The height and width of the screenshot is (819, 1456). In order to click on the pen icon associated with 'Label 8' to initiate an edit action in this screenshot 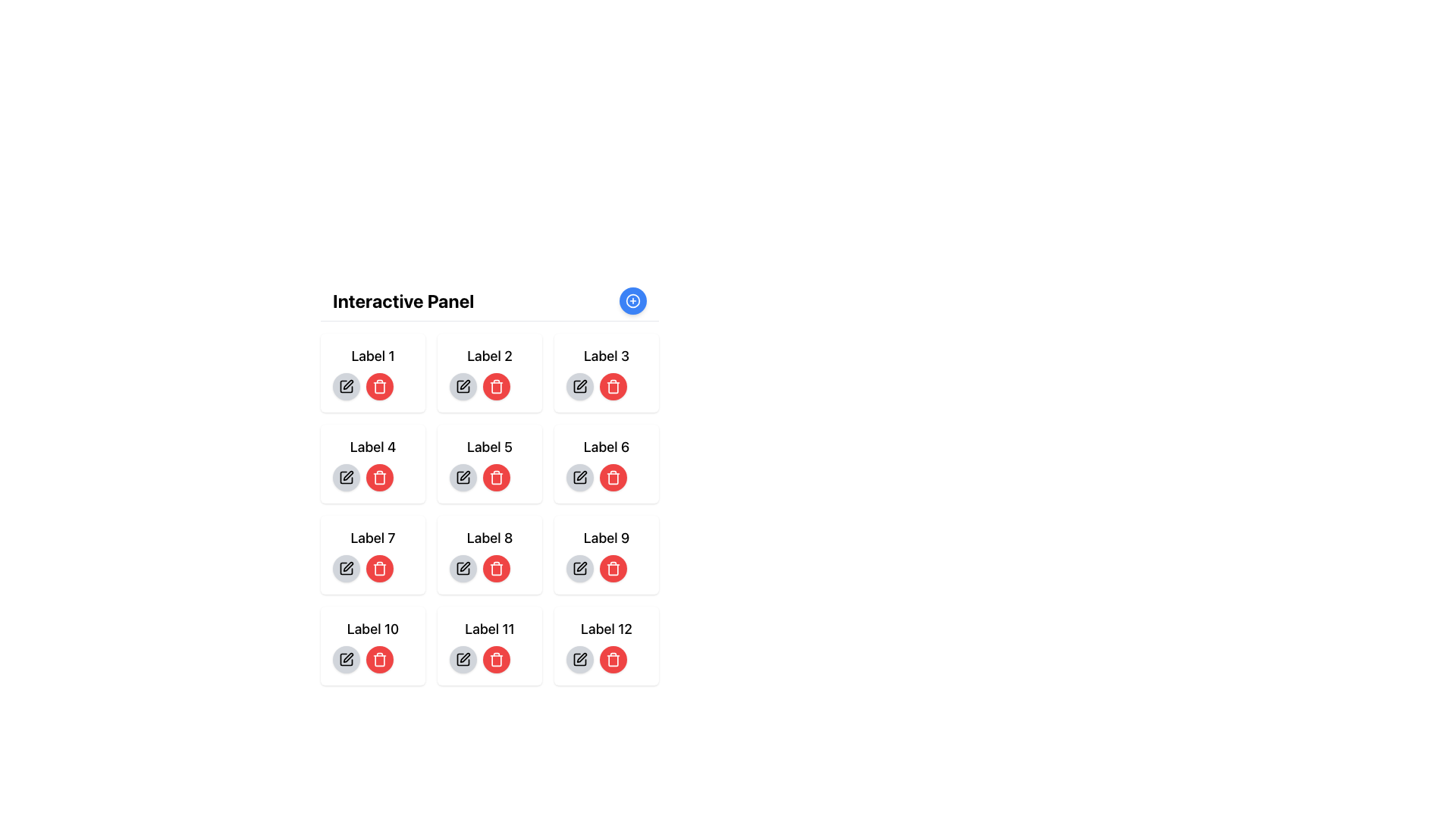, I will do `click(462, 568)`.